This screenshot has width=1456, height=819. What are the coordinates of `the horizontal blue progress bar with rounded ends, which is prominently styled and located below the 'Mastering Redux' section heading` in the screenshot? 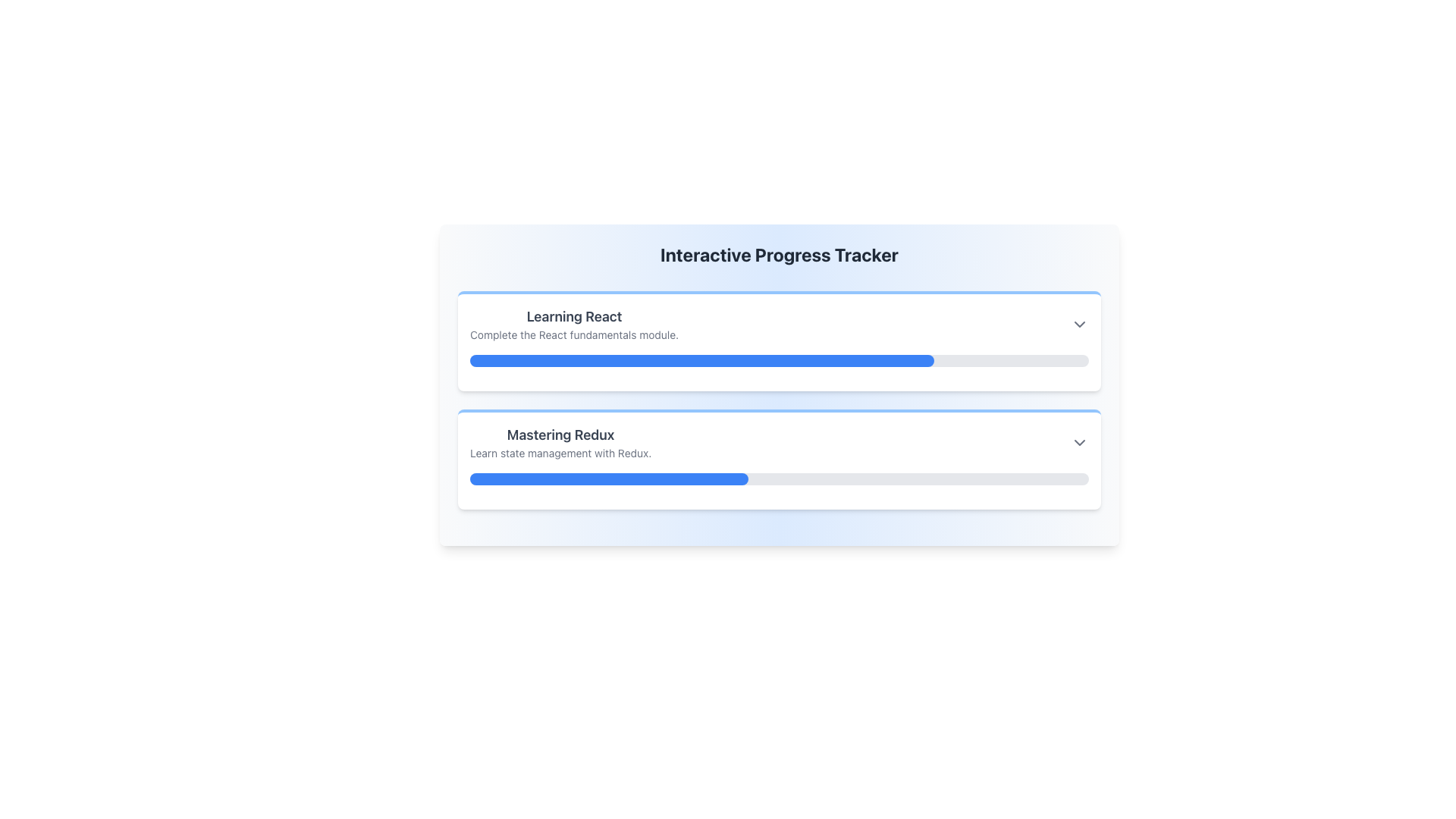 It's located at (609, 479).